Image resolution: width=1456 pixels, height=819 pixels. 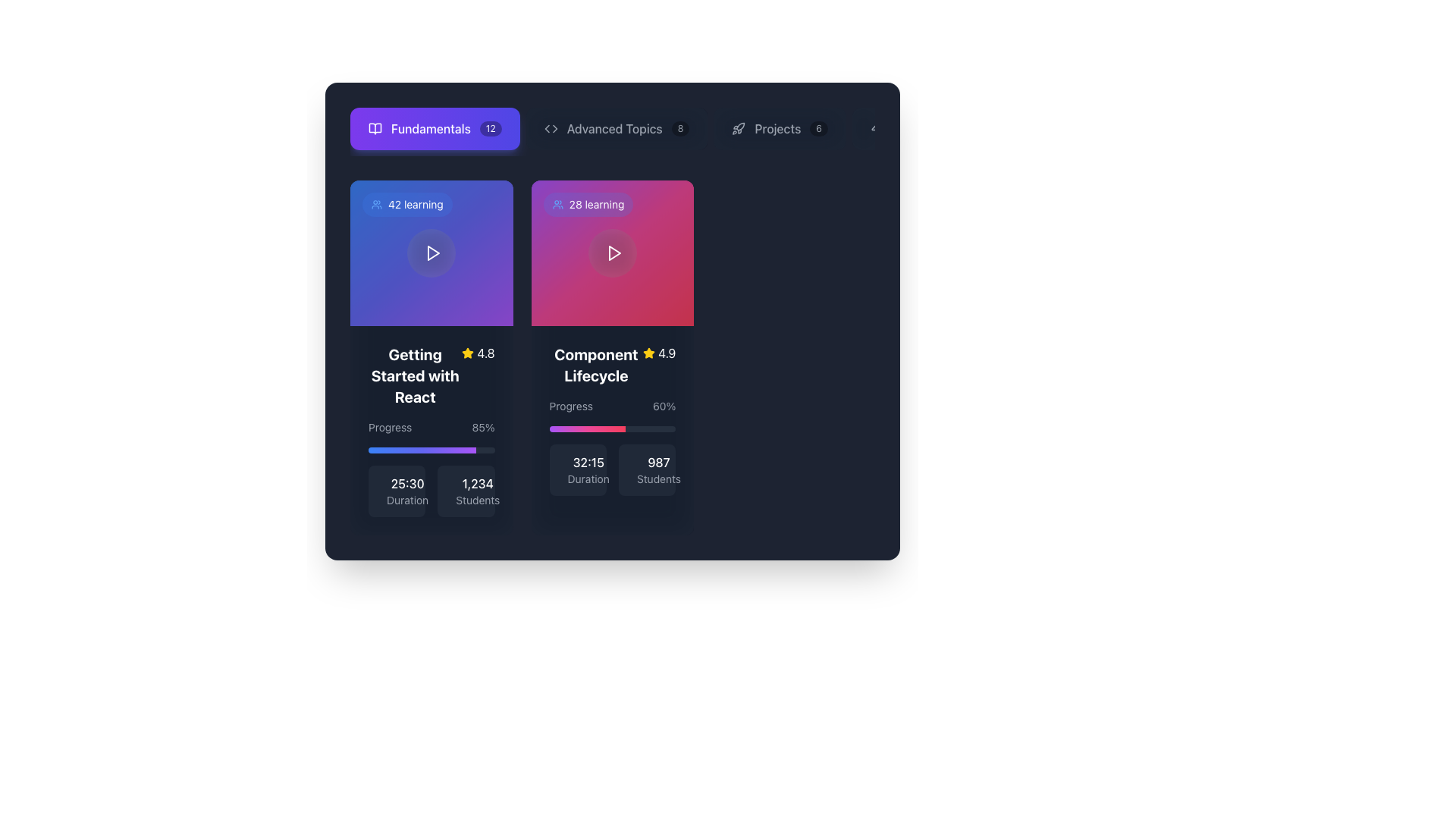 I want to click on the circular play icon located at the center of the card component labeled '42 learning', so click(x=431, y=253).